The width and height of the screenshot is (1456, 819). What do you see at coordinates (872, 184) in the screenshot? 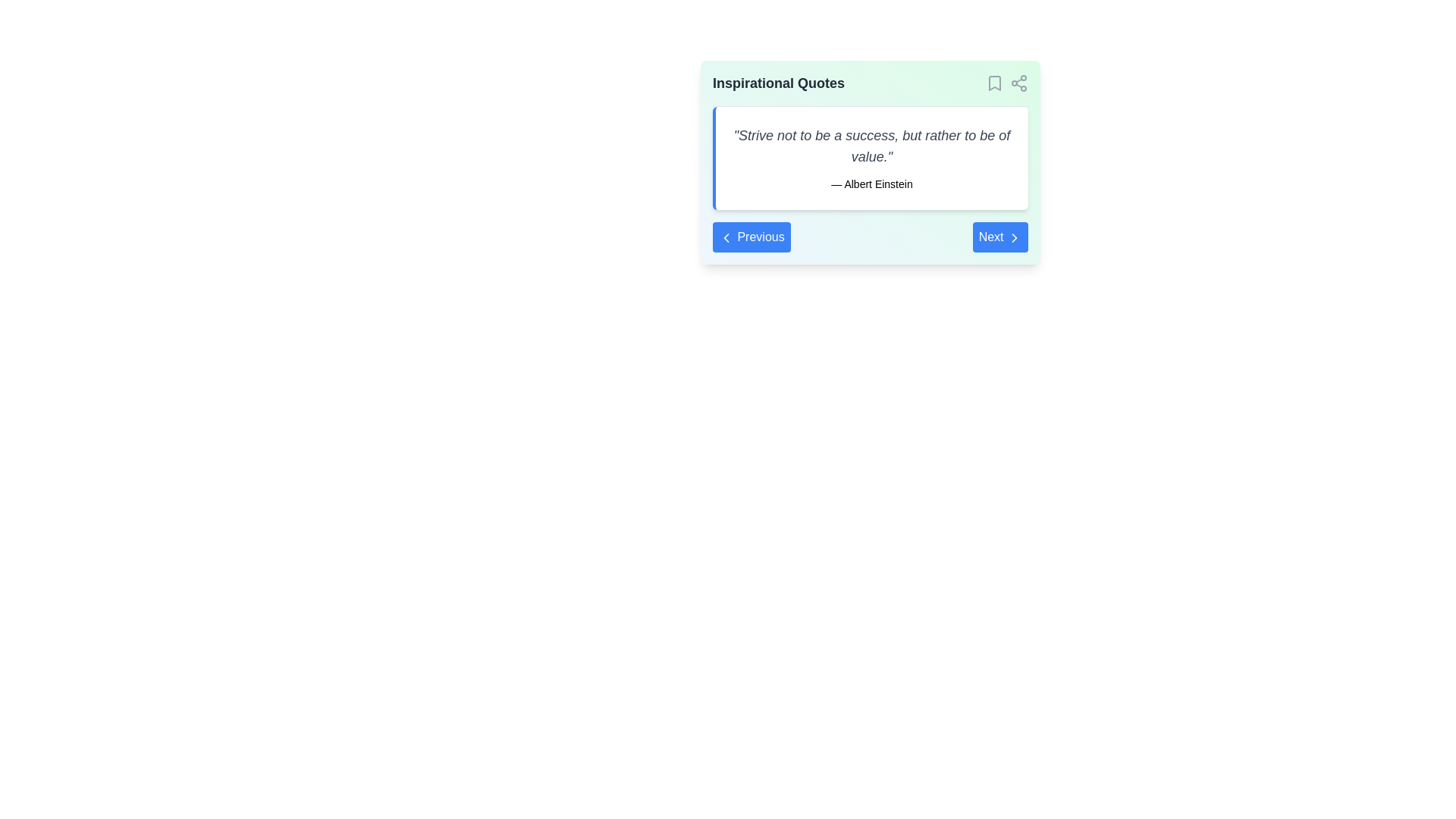
I see `the text label that attributes the preceding quote to 'Albert Einstein', located at the bottom-right corner beneath the quotation text` at bounding box center [872, 184].